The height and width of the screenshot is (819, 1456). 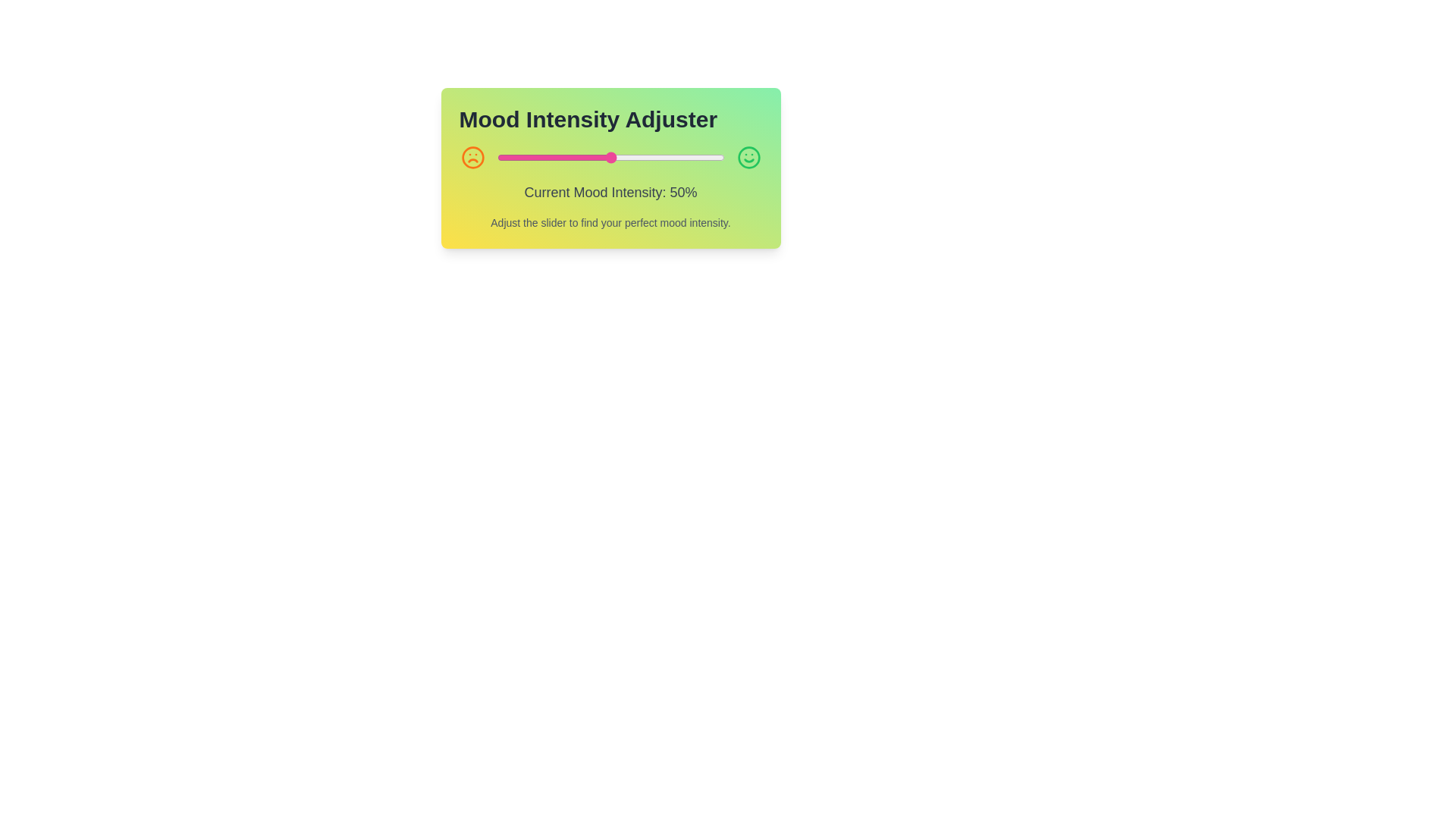 What do you see at coordinates (603, 158) in the screenshot?
I see `the mood intensity slider to 47%` at bounding box center [603, 158].